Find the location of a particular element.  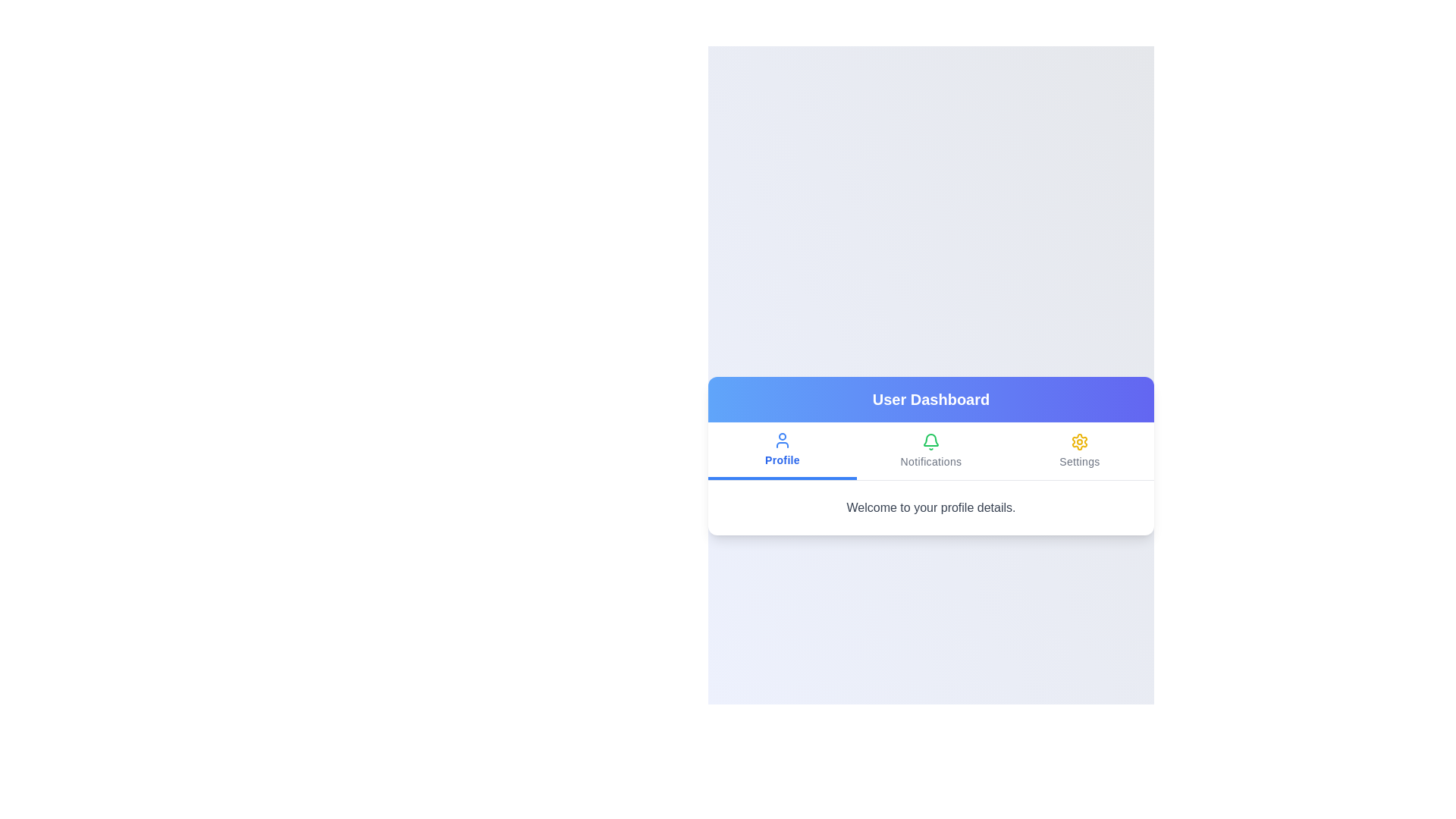

the Settings tab is located at coordinates (1079, 450).